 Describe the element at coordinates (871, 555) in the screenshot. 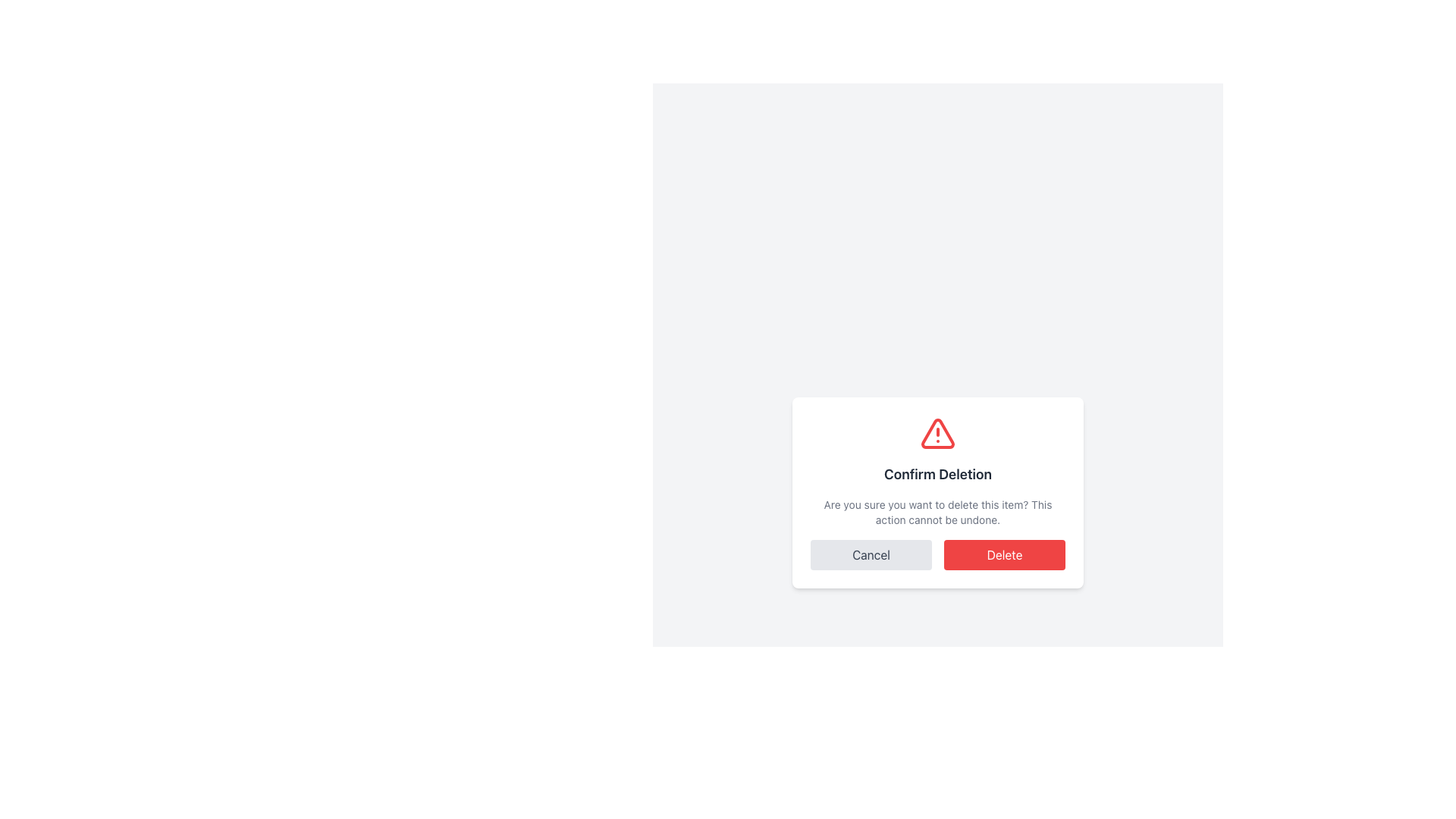

I see `the leftmost cancellation button in the dialog box` at that location.